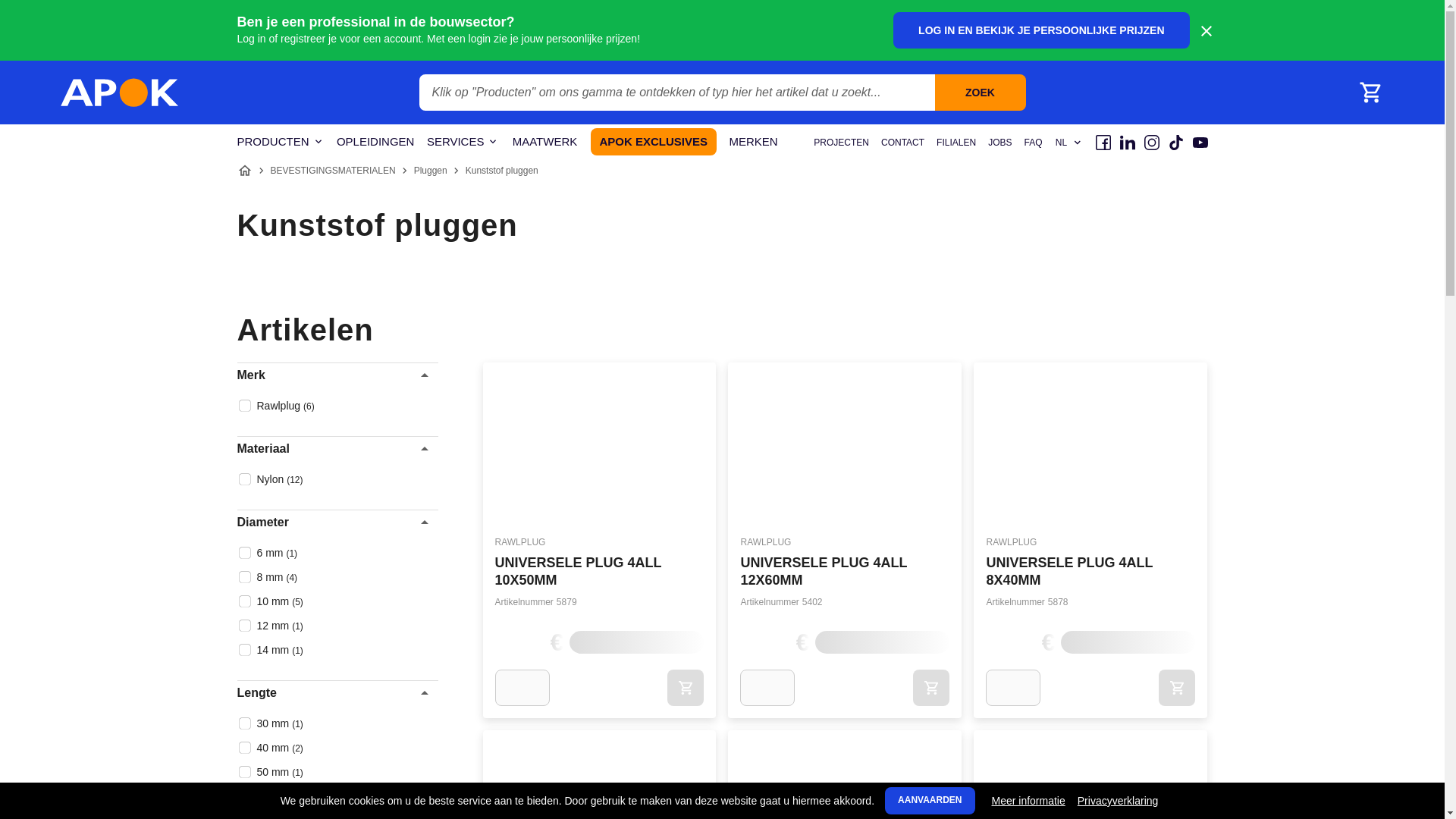  Describe the element at coordinates (1204, 31) in the screenshot. I see `'PROFESSIONALUSERBAR/CLOSE'` at that location.